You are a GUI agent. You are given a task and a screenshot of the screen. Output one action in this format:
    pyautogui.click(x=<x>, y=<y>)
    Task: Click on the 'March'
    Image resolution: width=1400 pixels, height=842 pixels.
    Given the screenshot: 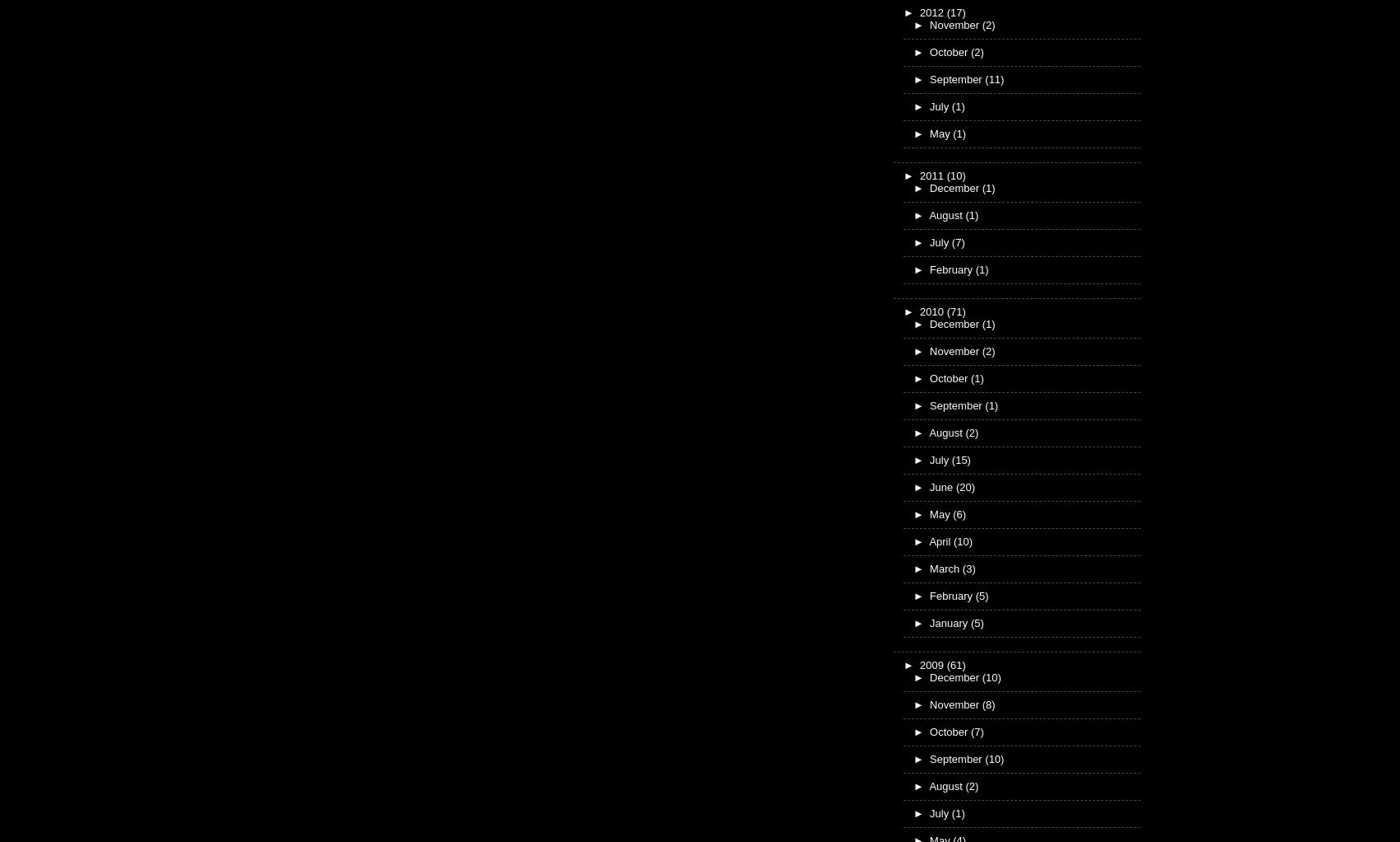 What is the action you would take?
    pyautogui.click(x=945, y=567)
    